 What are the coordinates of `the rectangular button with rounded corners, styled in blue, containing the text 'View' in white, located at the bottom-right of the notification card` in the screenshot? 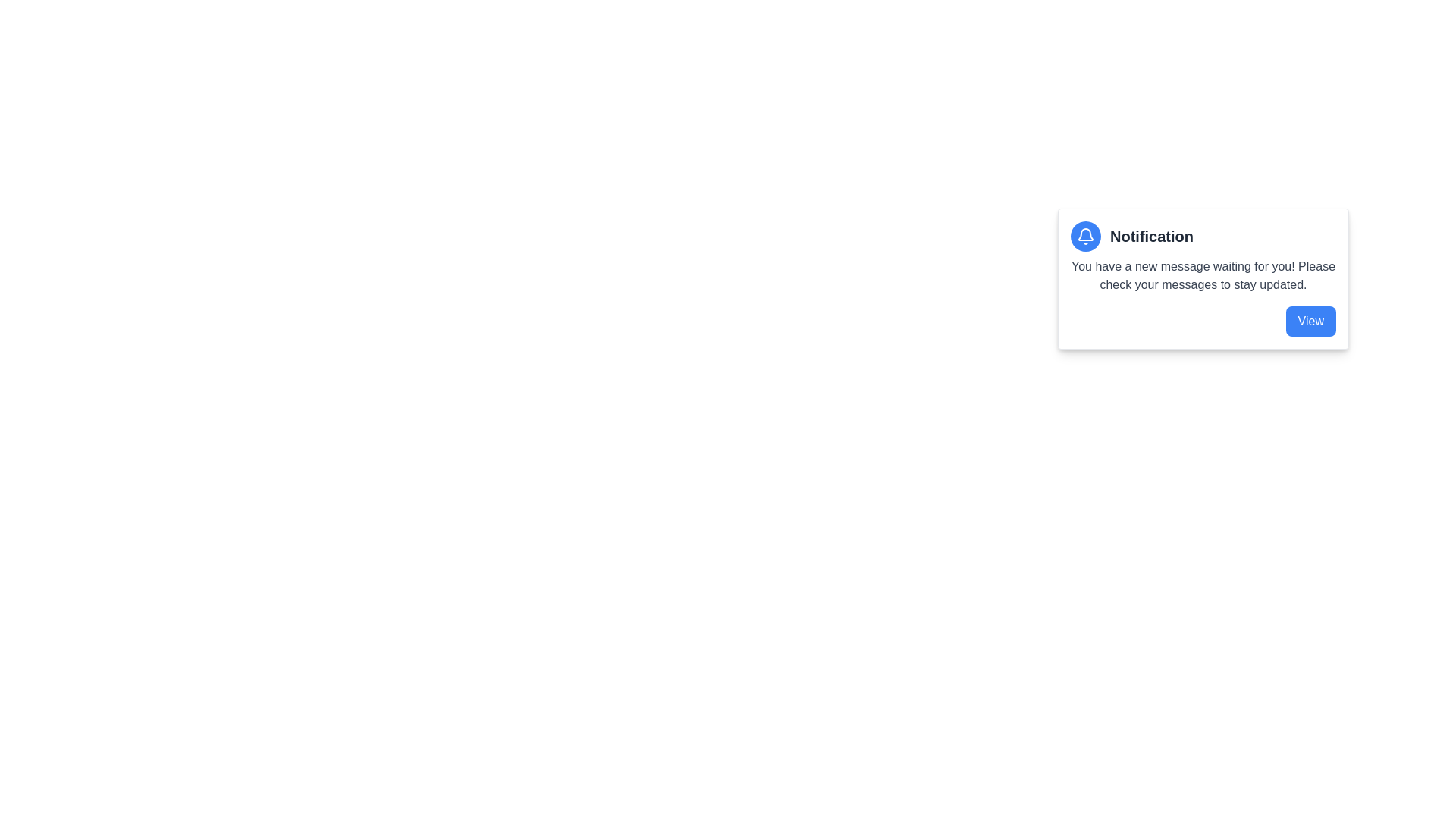 It's located at (1310, 321).